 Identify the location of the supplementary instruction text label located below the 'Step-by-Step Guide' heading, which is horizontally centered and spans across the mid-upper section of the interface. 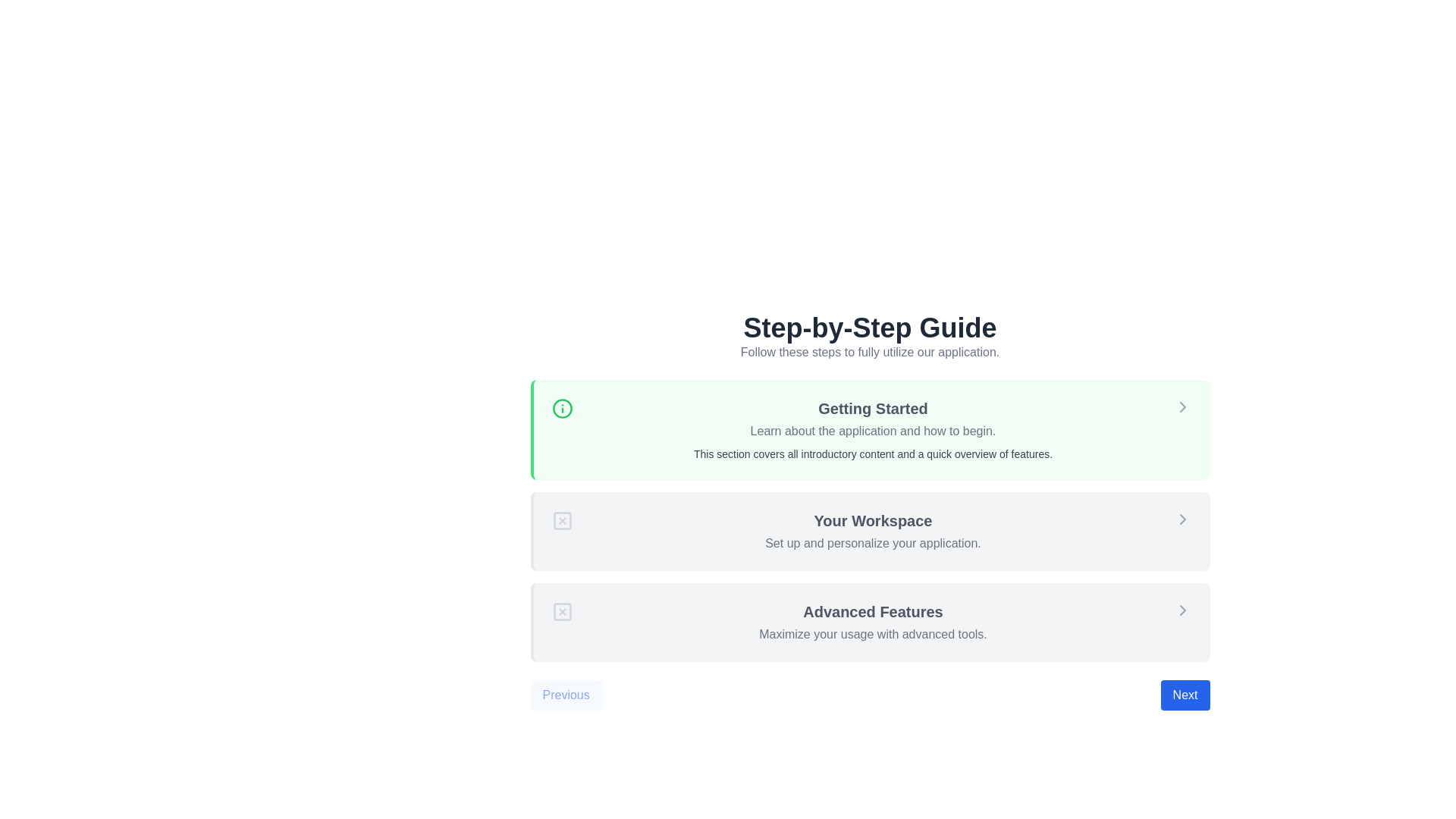
(870, 353).